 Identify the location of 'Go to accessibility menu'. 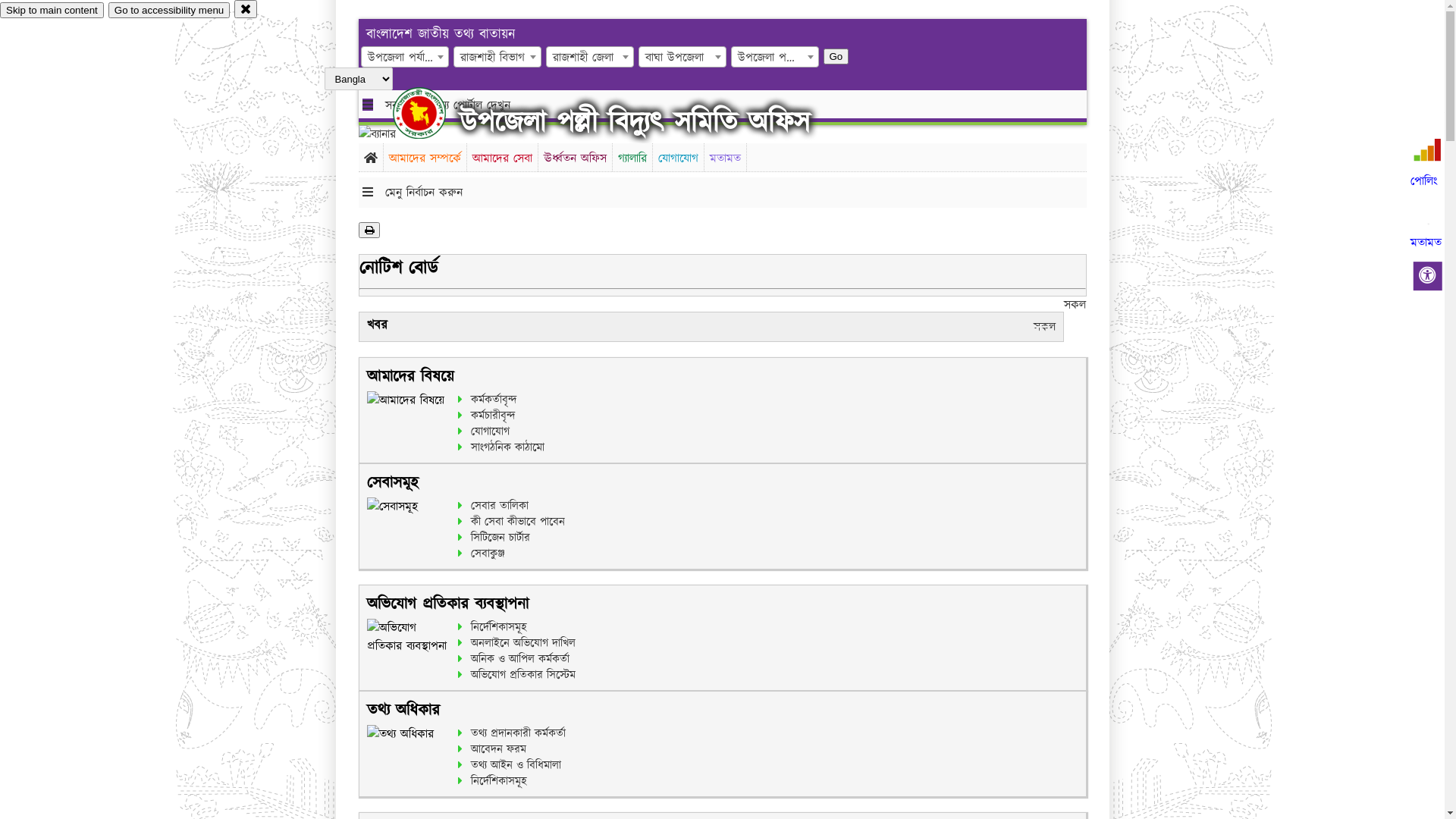
(168, 10).